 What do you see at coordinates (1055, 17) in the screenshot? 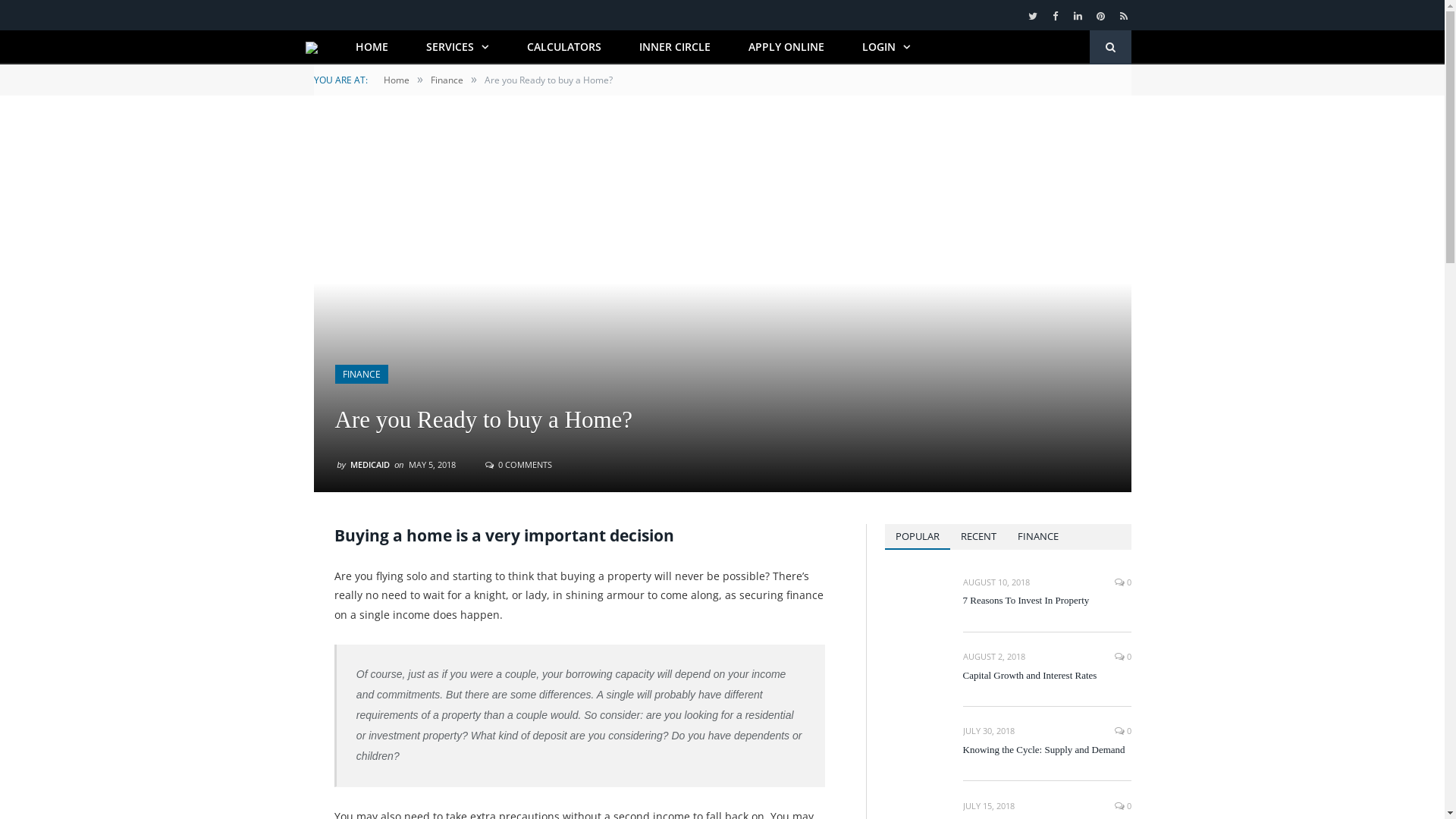
I see `'Facebook'` at bounding box center [1055, 17].